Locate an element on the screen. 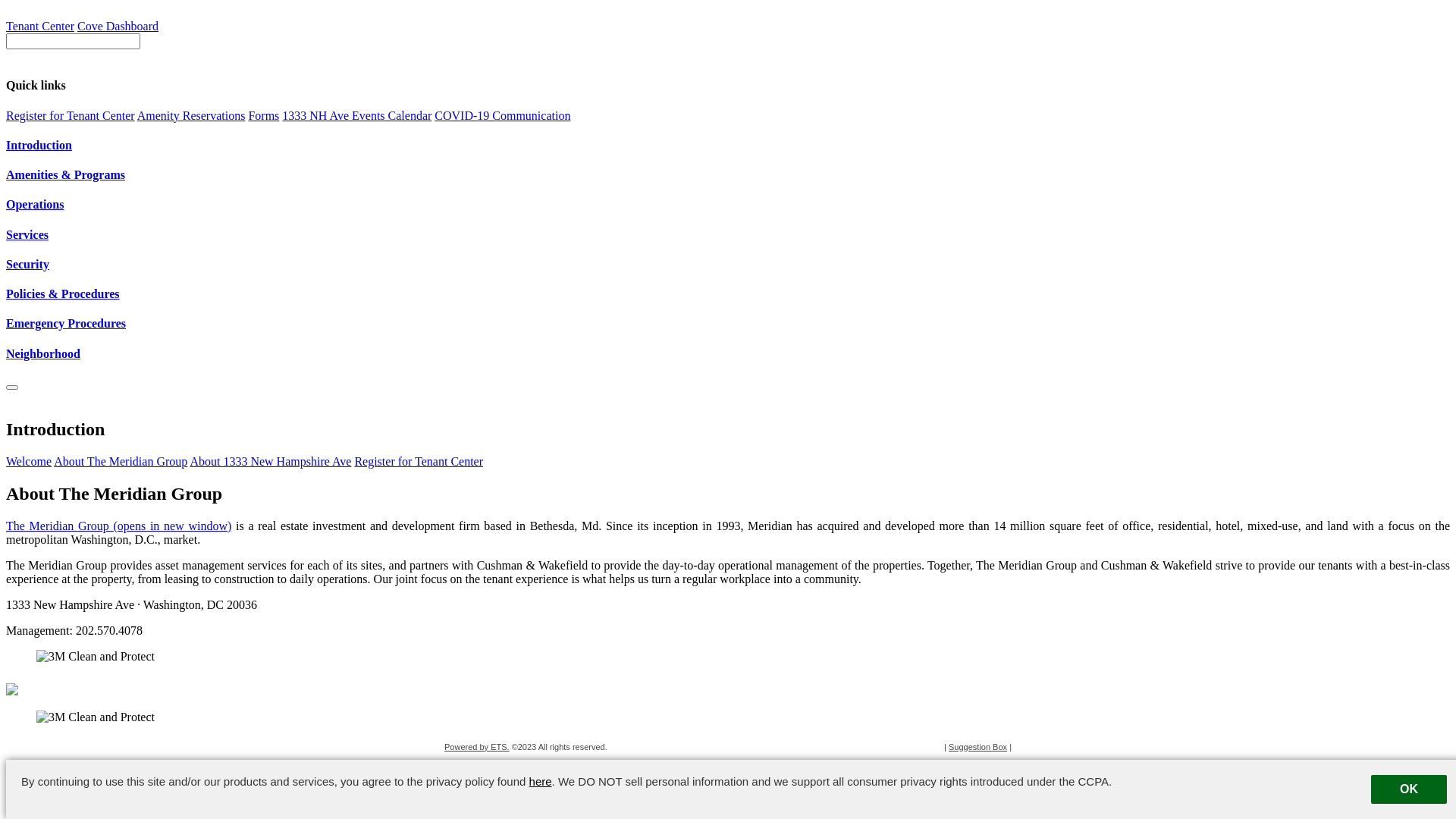 This screenshot has width=1456, height=819. 'The Meridian Group (opens in new window)' is located at coordinates (118, 525).